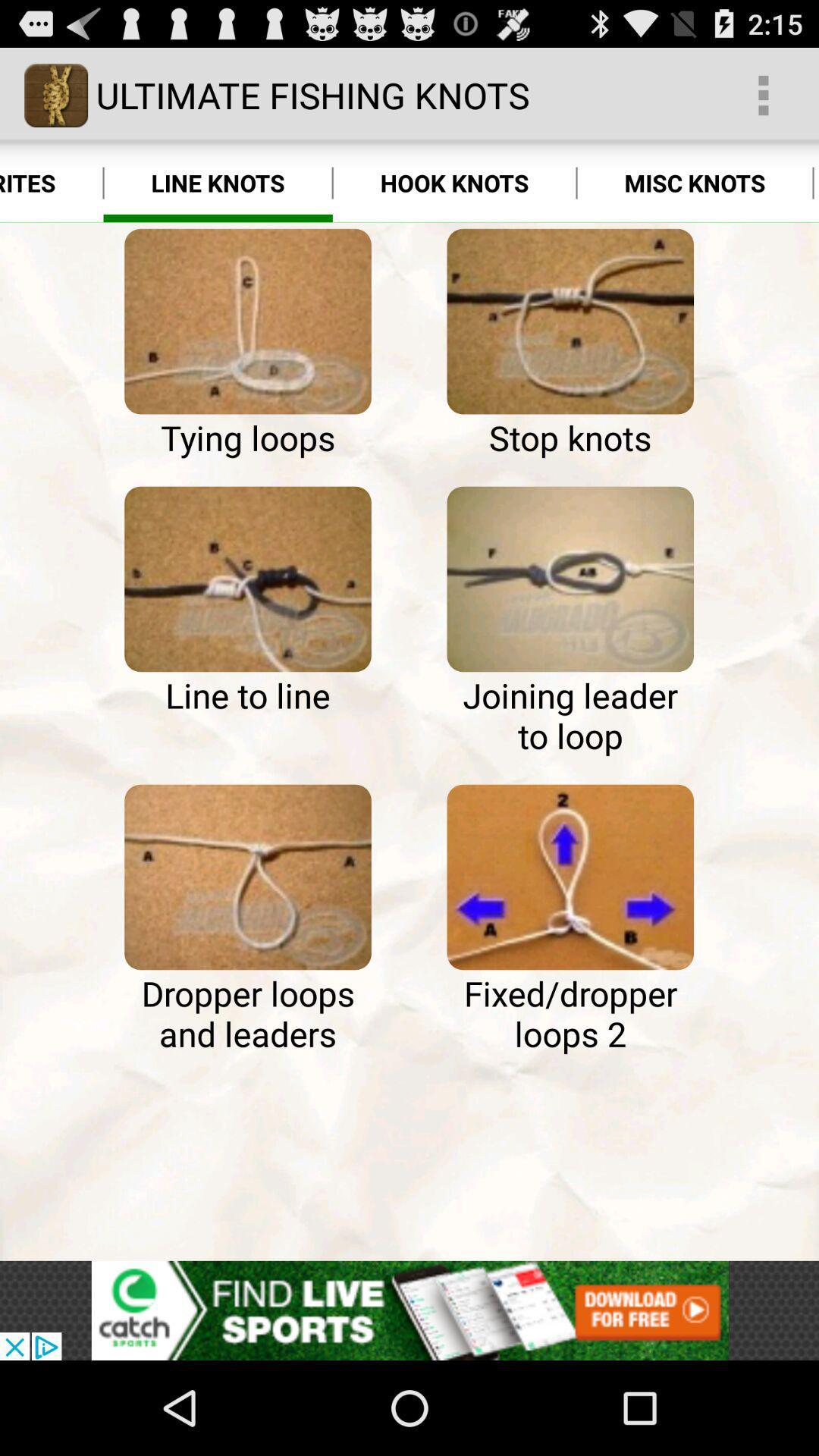  Describe the element at coordinates (570, 578) in the screenshot. I see `expand this picture` at that location.